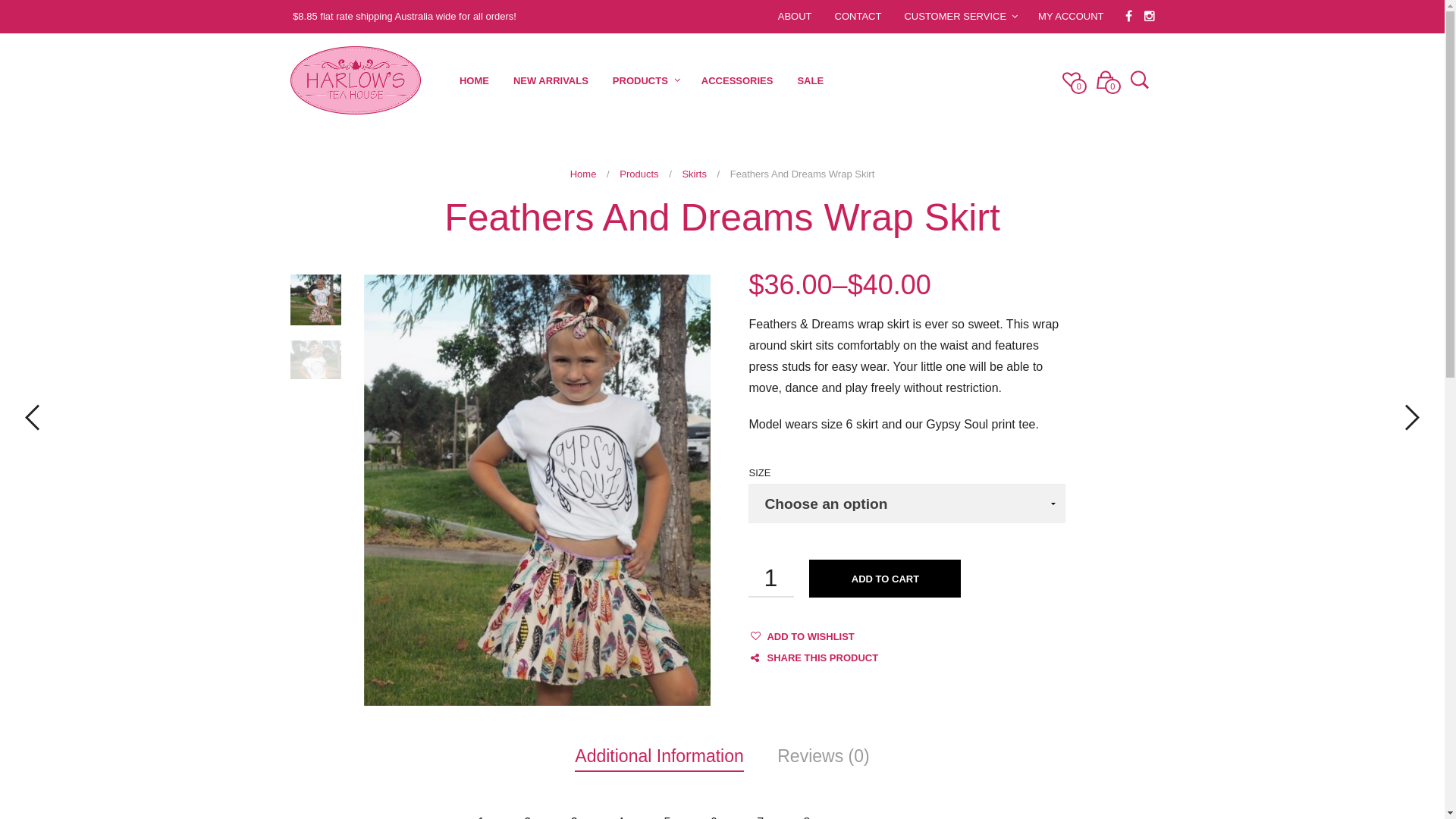  Describe the element at coordinates (1105, 79) in the screenshot. I see `'0'` at that location.